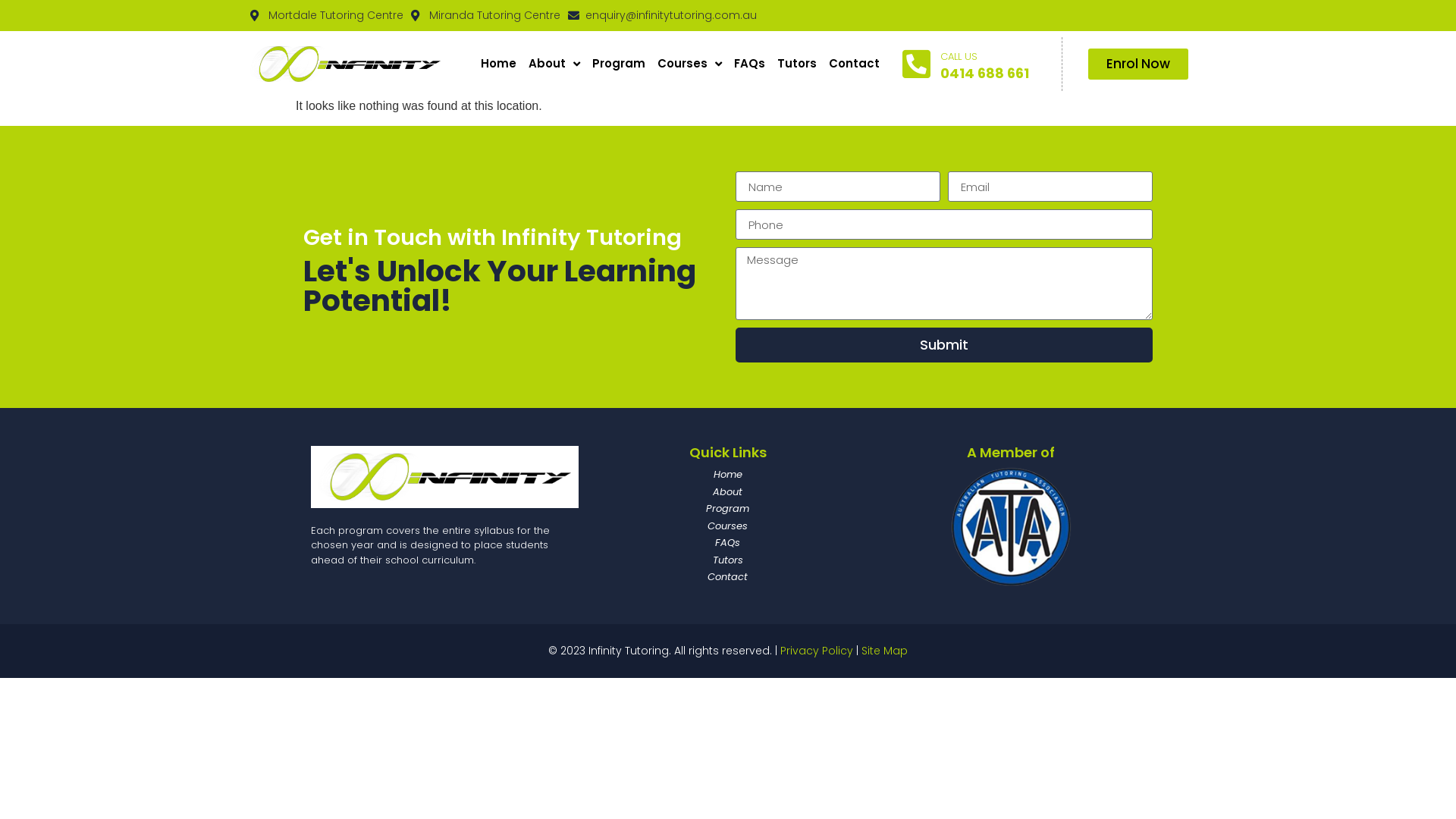  What do you see at coordinates (726, 559) in the screenshot?
I see `'Tutors'` at bounding box center [726, 559].